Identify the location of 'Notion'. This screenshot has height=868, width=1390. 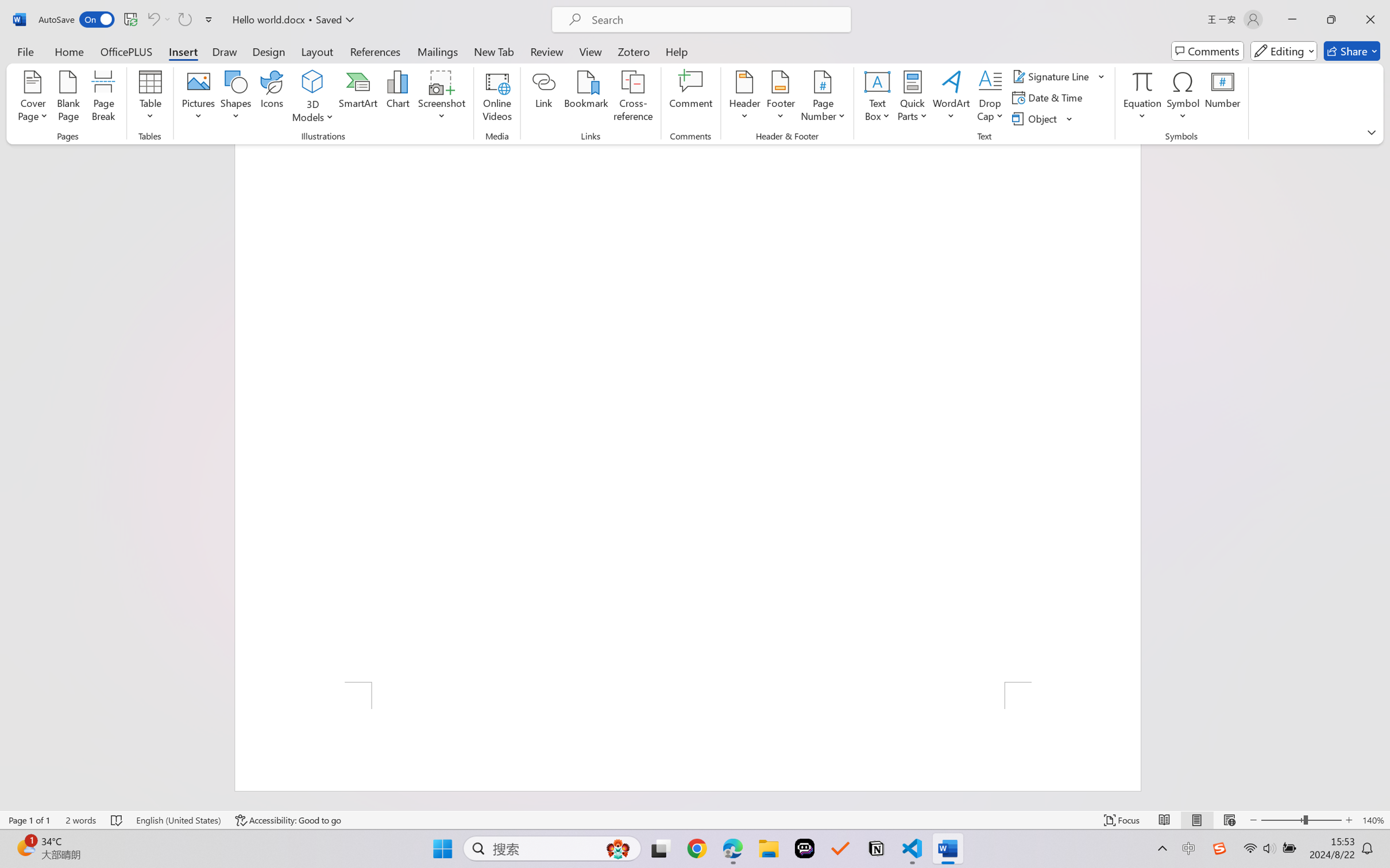
(876, 848).